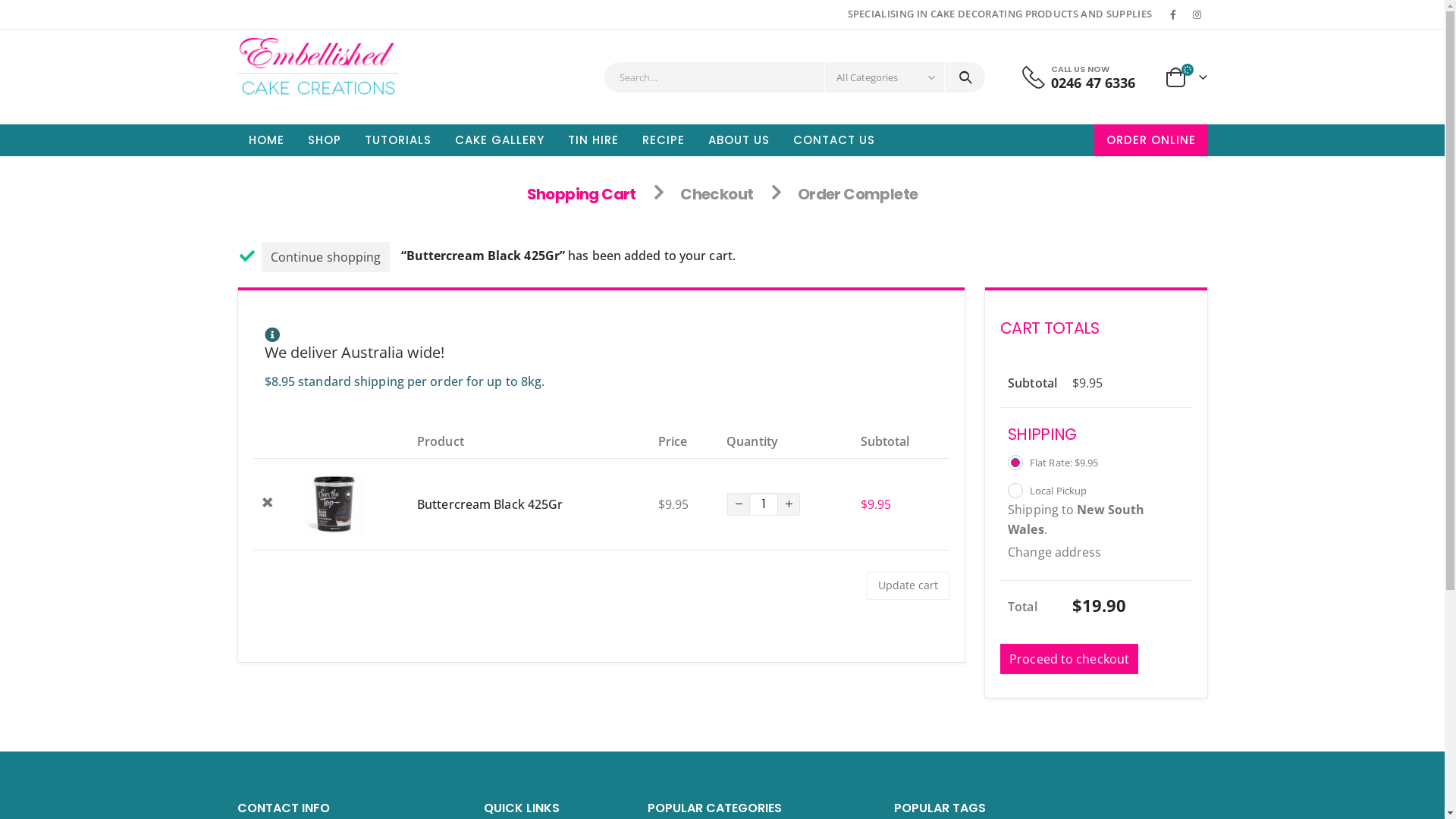  What do you see at coordinates (789, 504) in the screenshot?
I see `'+'` at bounding box center [789, 504].